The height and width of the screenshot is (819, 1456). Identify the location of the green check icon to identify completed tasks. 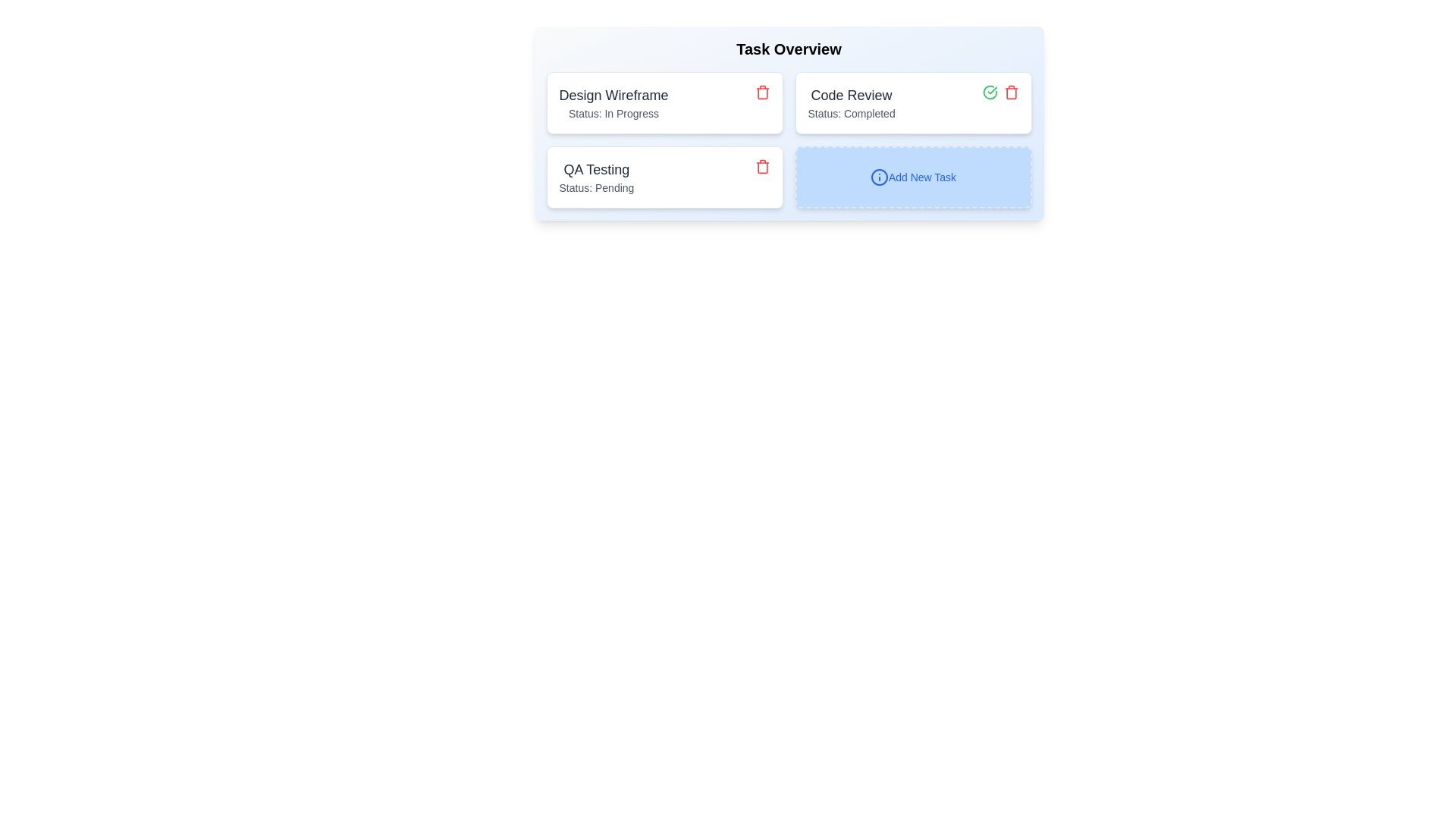
(990, 93).